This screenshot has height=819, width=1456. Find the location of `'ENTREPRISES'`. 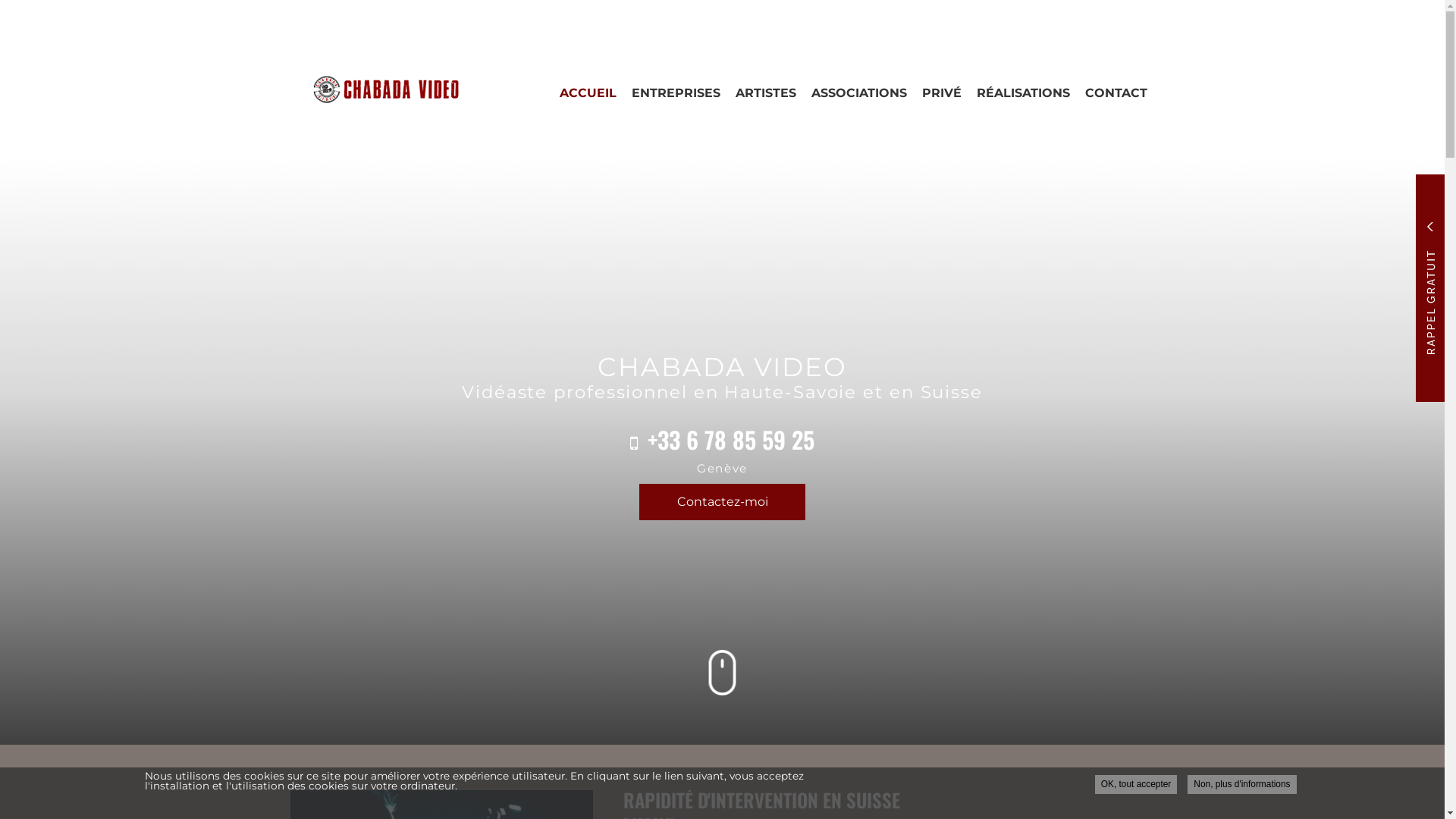

'ENTREPRISES' is located at coordinates (674, 93).